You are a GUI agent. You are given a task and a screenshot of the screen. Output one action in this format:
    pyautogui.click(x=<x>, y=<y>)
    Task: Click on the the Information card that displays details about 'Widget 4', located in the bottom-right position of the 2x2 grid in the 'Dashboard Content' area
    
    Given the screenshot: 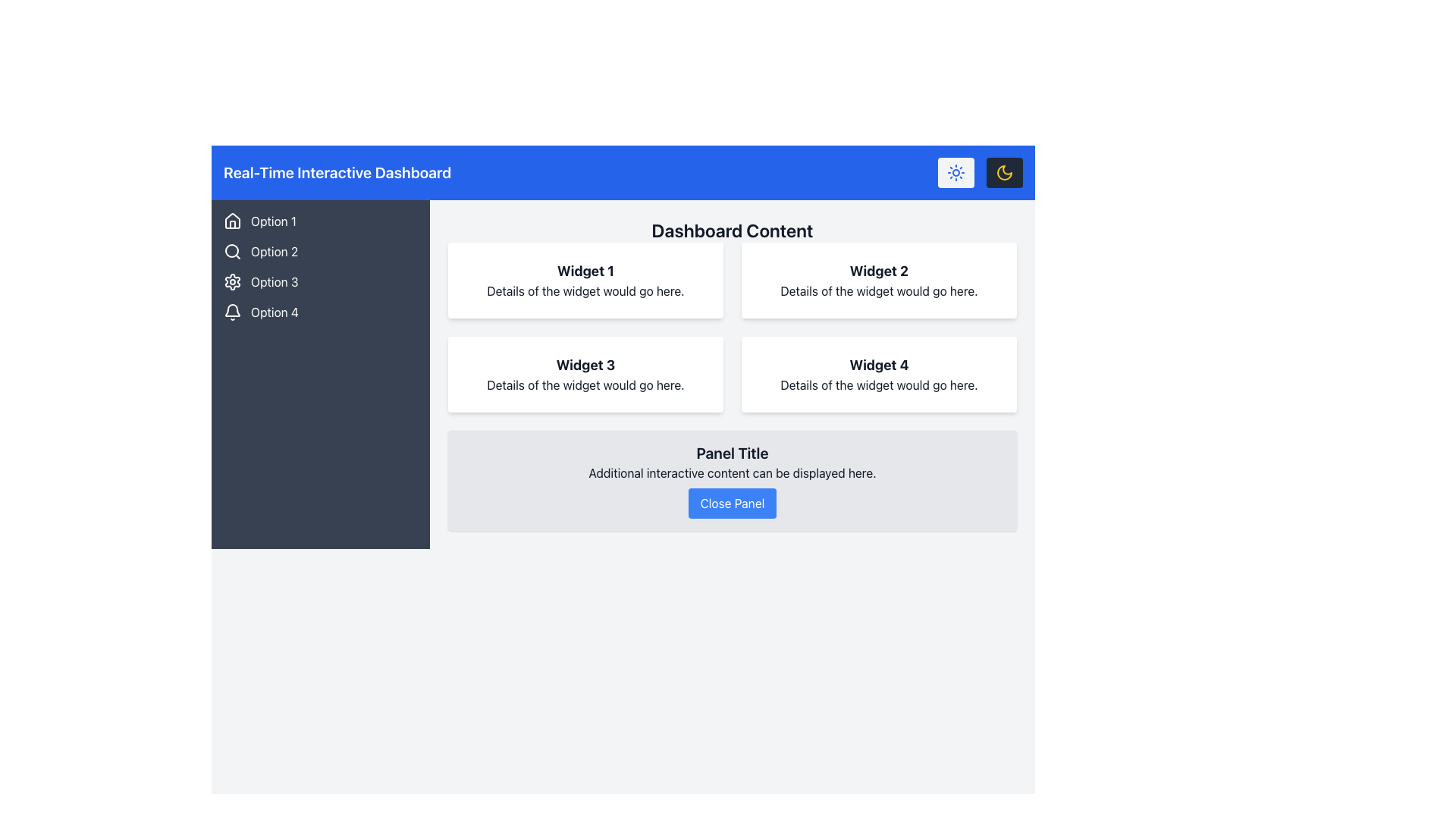 What is the action you would take?
    pyautogui.click(x=879, y=374)
    